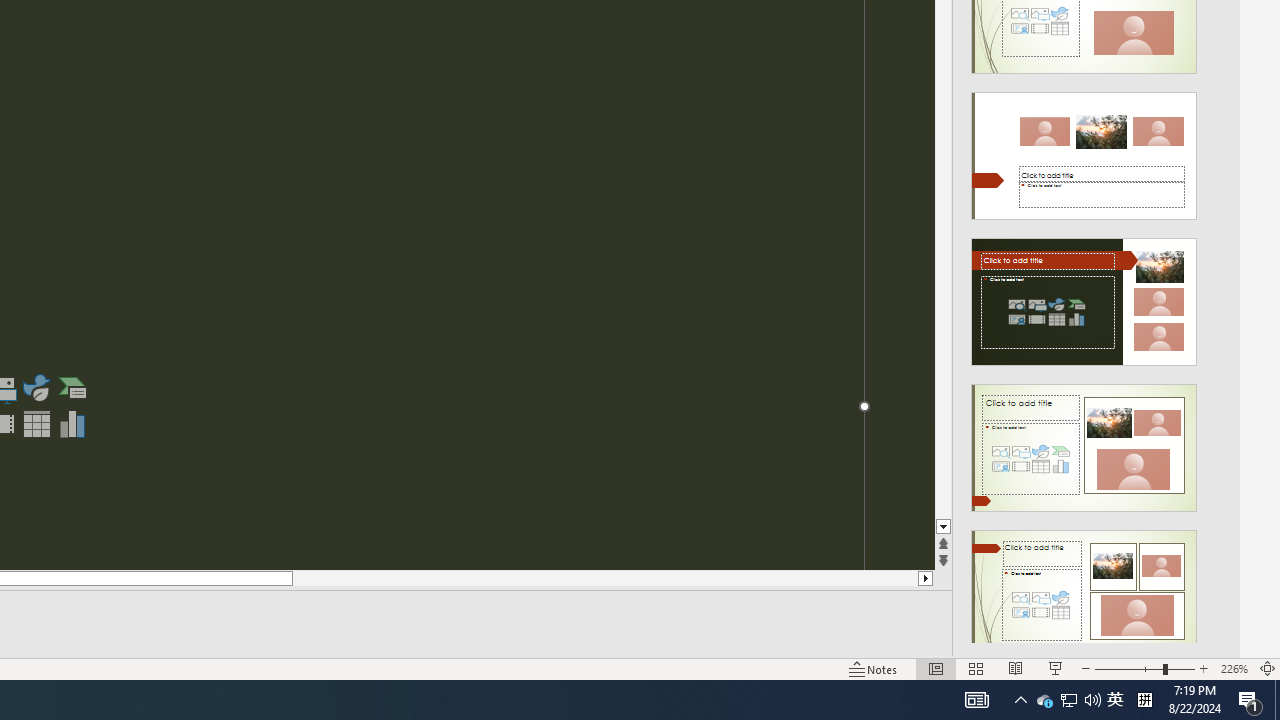  Describe the element at coordinates (73, 388) in the screenshot. I see `'Insert a SmartArt Graphic'` at that location.